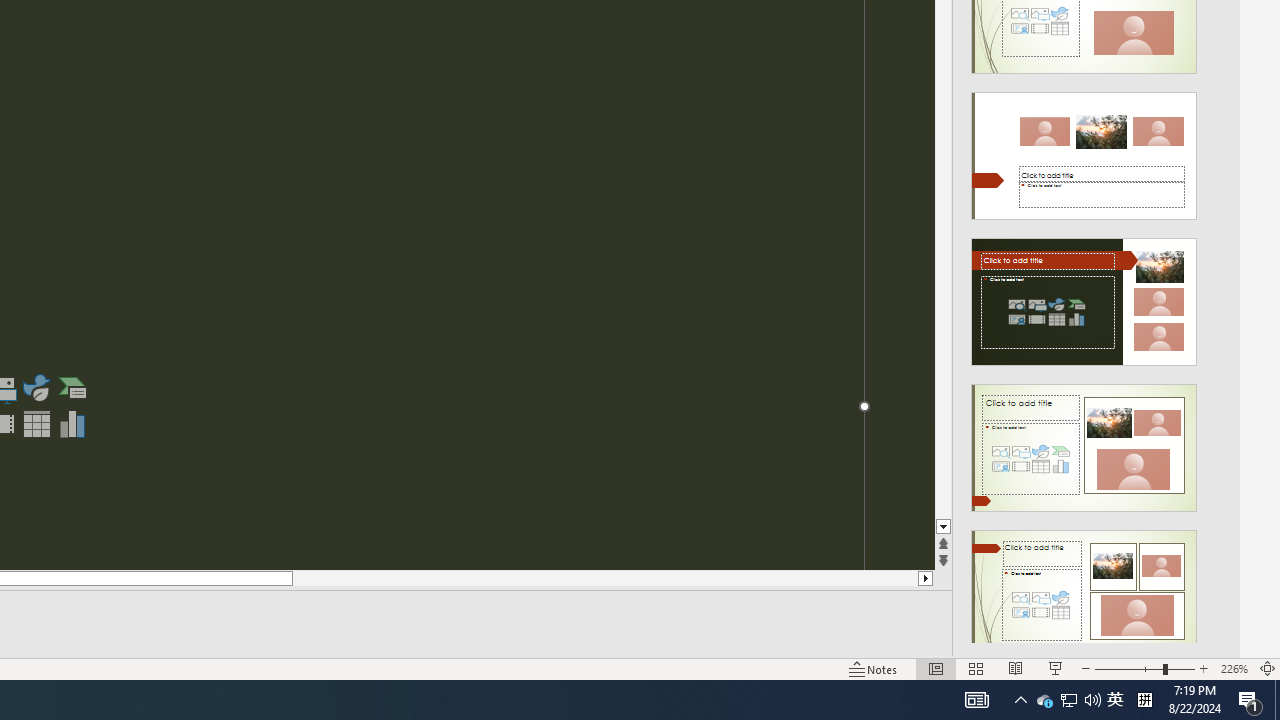  Describe the element at coordinates (73, 388) in the screenshot. I see `'Insert a SmartArt Graphic'` at that location.